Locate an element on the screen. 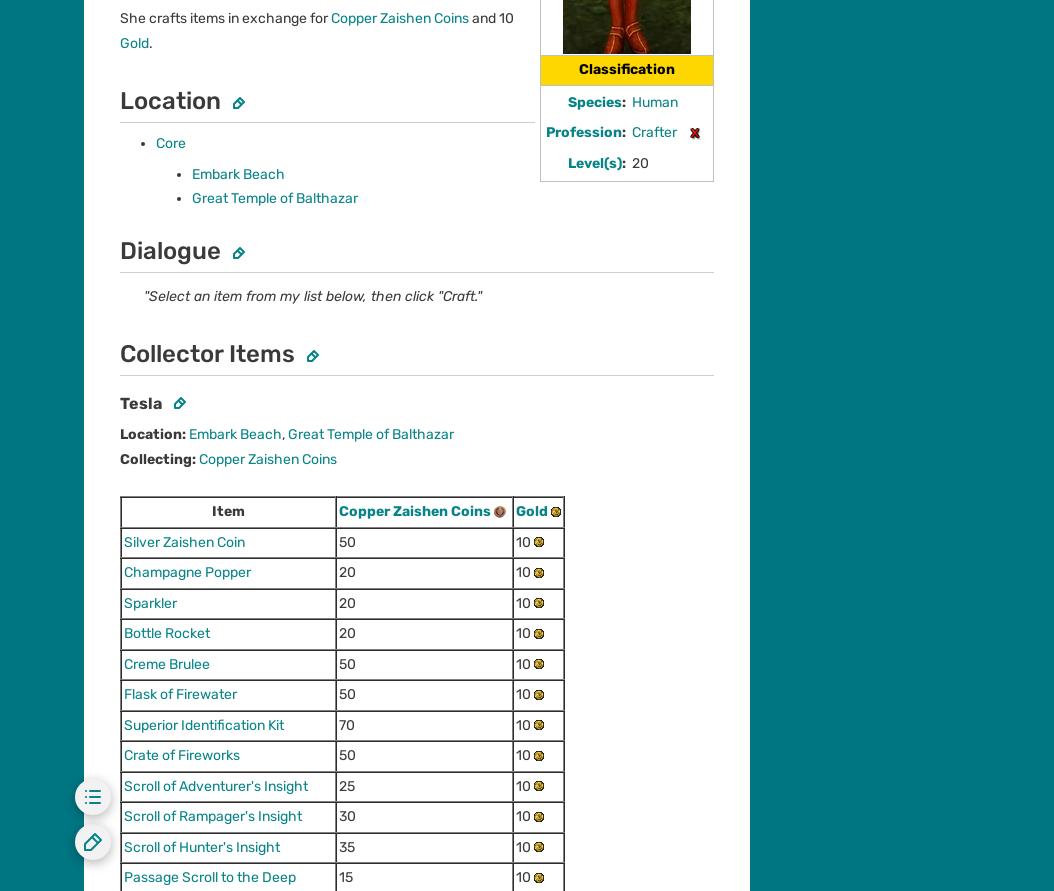 The height and width of the screenshot is (891, 1054). 'Community Central' is located at coordinates (145, 620).